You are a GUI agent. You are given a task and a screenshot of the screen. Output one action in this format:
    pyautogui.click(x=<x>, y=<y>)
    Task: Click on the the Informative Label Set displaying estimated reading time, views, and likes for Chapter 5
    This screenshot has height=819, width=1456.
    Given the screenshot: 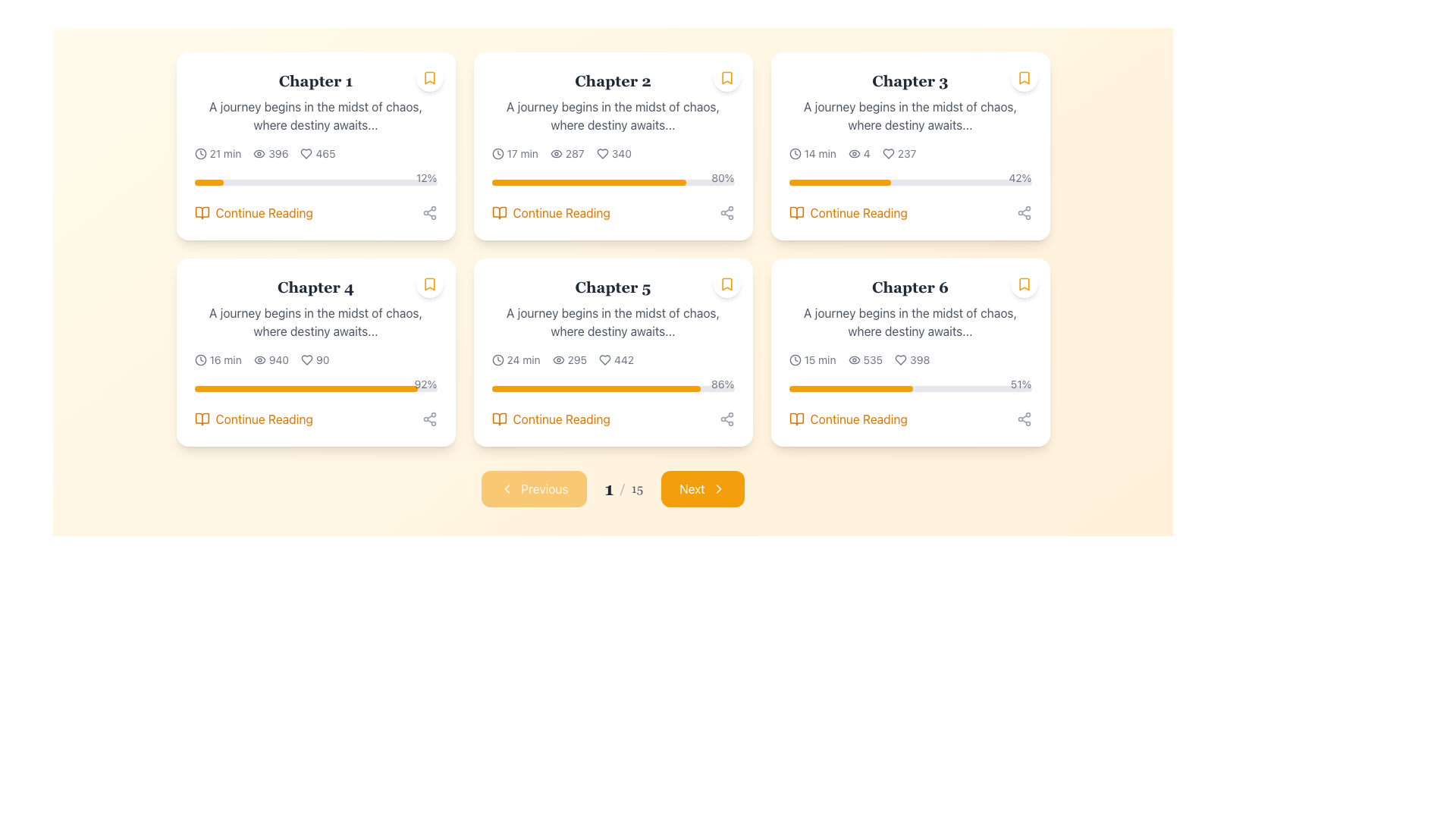 What is the action you would take?
    pyautogui.click(x=613, y=359)
    